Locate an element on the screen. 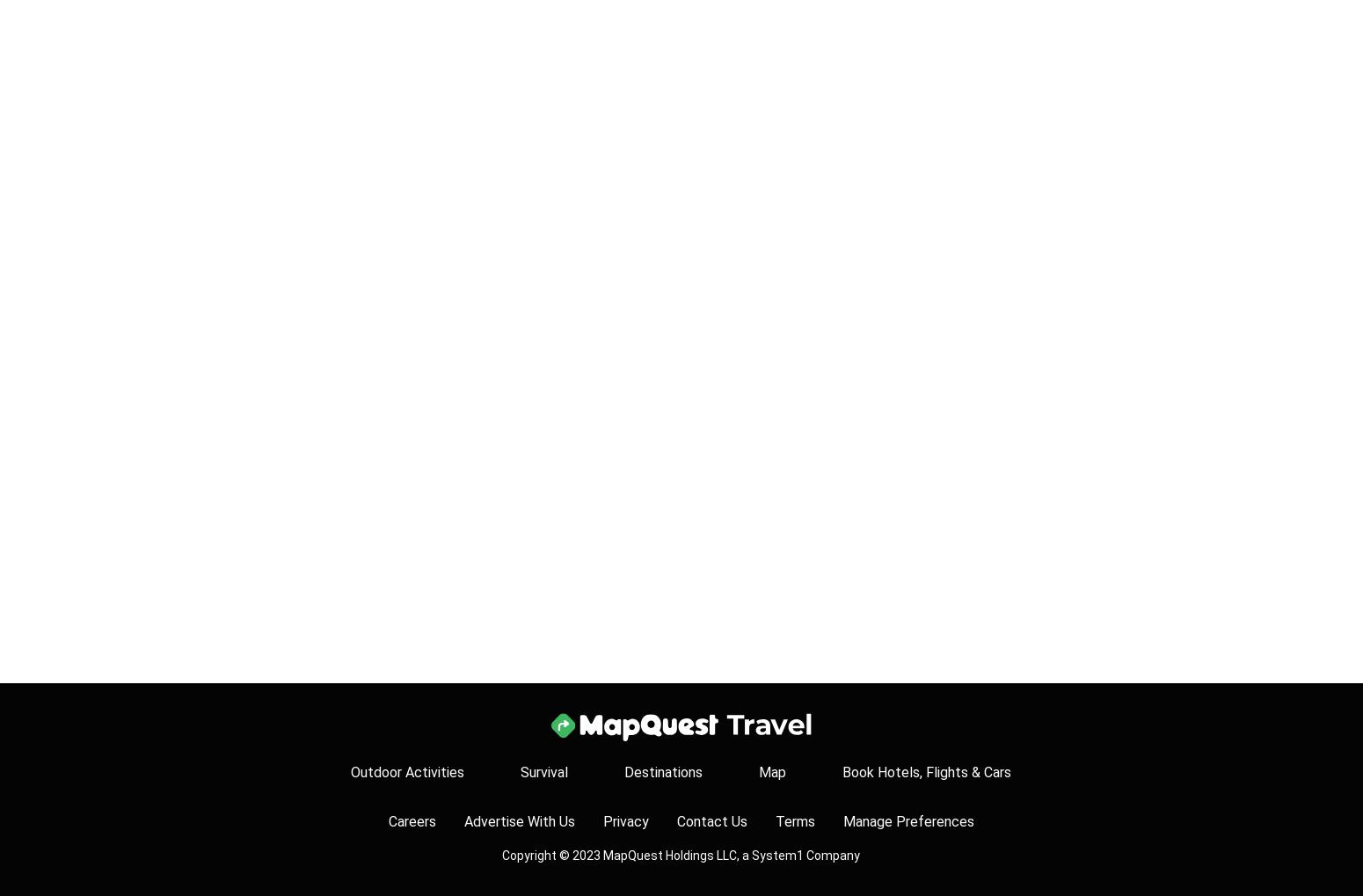 Image resolution: width=1363 pixels, height=896 pixels. 'Copyright © 2023 MapQuest Holdings LLC, a' is located at coordinates (627, 855).